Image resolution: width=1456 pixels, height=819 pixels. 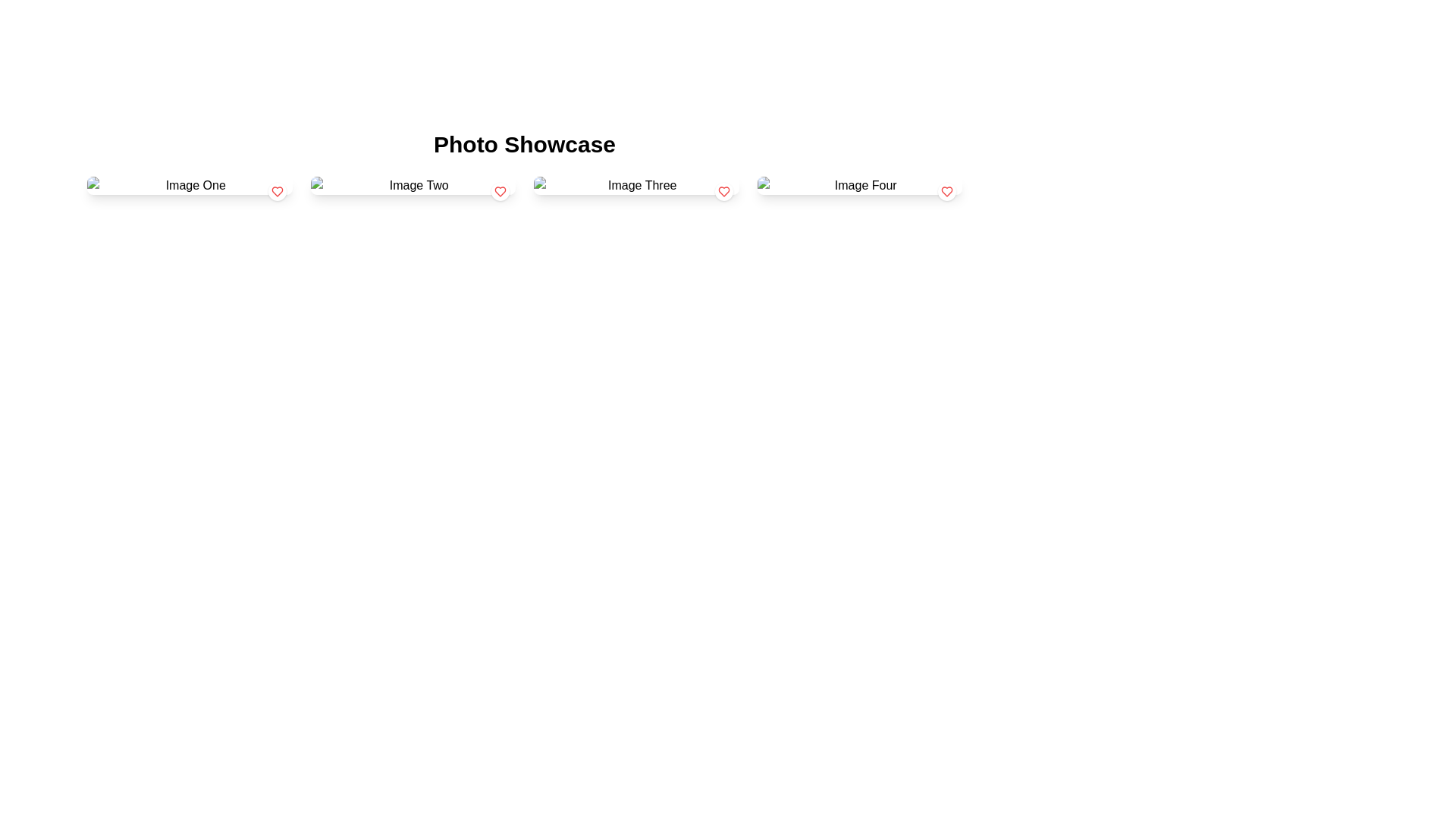 What do you see at coordinates (636, 185) in the screenshot?
I see `the composite UI component comprising an image thumbnail with rounded corners, descriptive text 'Image Three', and an interactive heart-shaped icon` at bounding box center [636, 185].